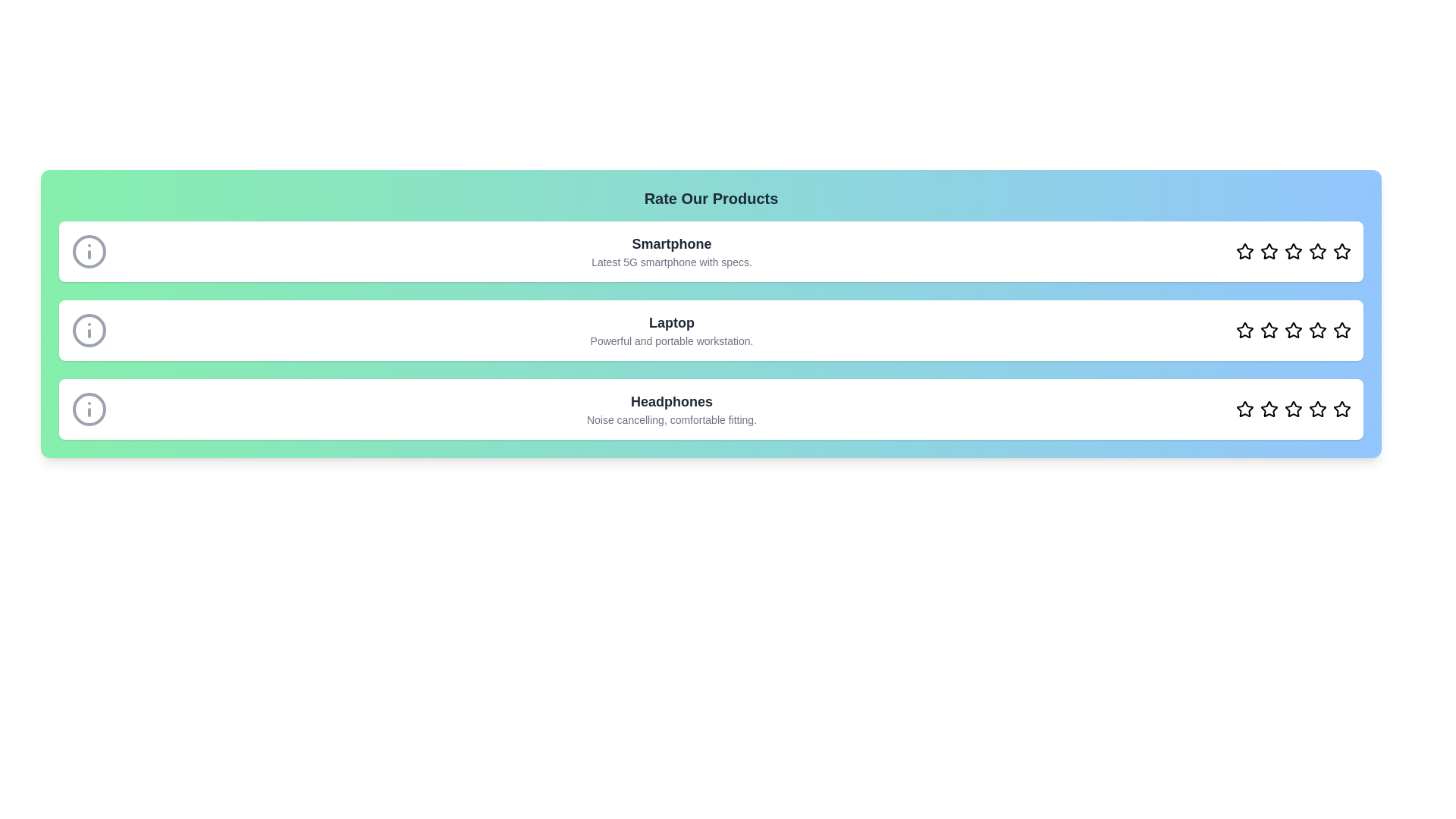 The image size is (1456, 819). What do you see at coordinates (1316, 329) in the screenshot?
I see `the third star icon in the rating system for the 'Laptop' product` at bounding box center [1316, 329].